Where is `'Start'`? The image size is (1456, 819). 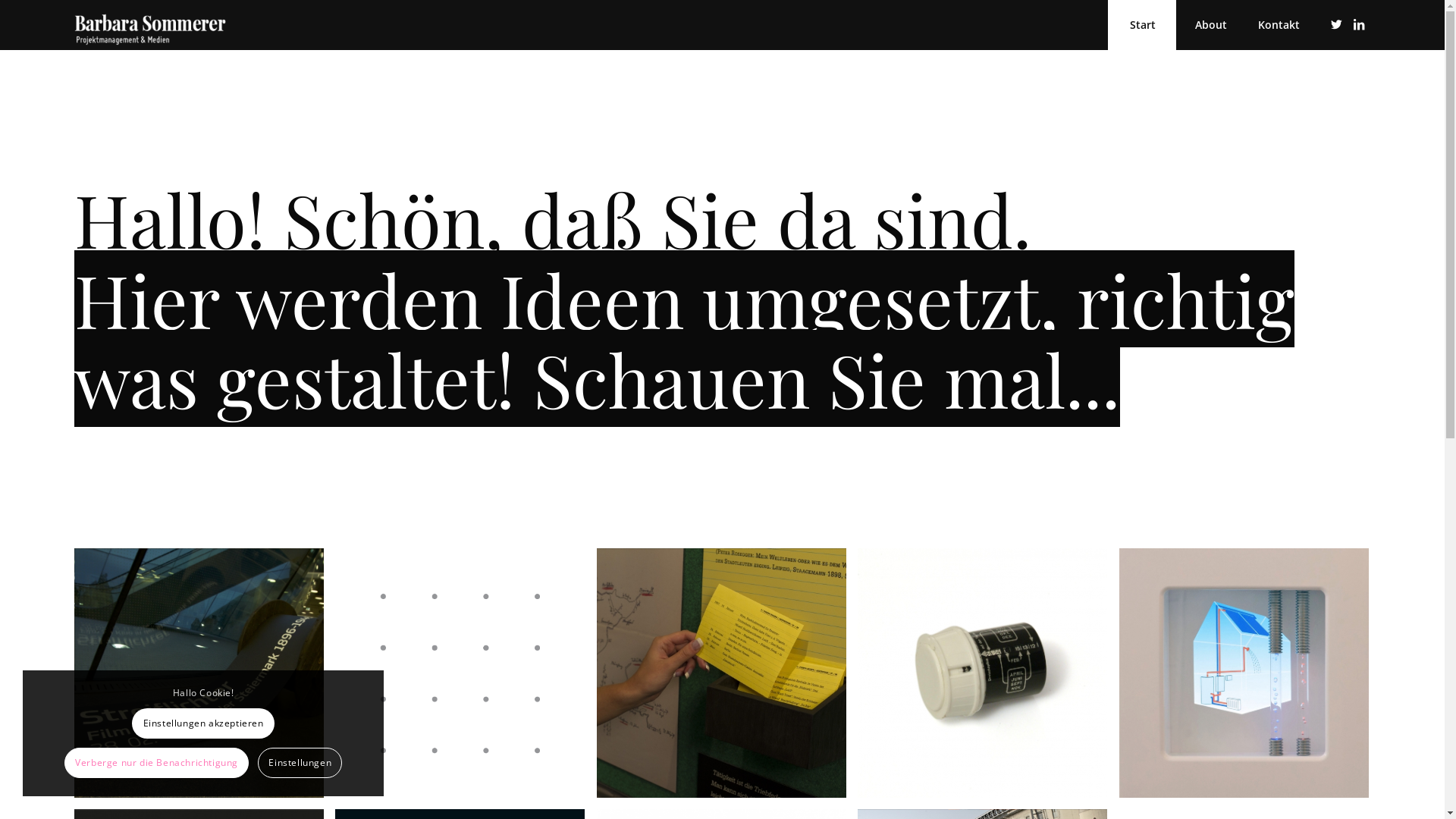
'Start' is located at coordinates (1142, 25).